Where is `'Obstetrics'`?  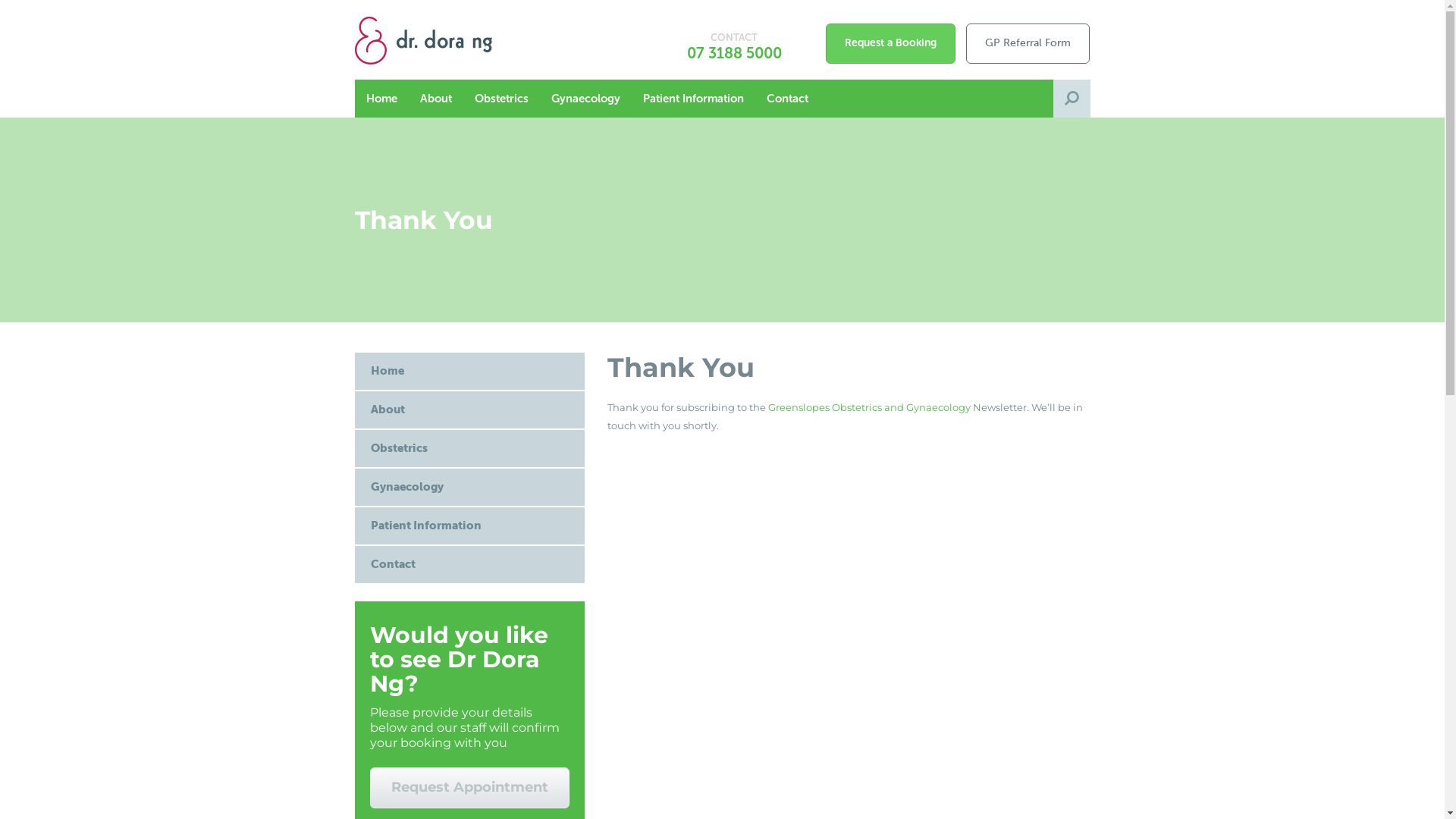
'Obstetrics' is located at coordinates (469, 447).